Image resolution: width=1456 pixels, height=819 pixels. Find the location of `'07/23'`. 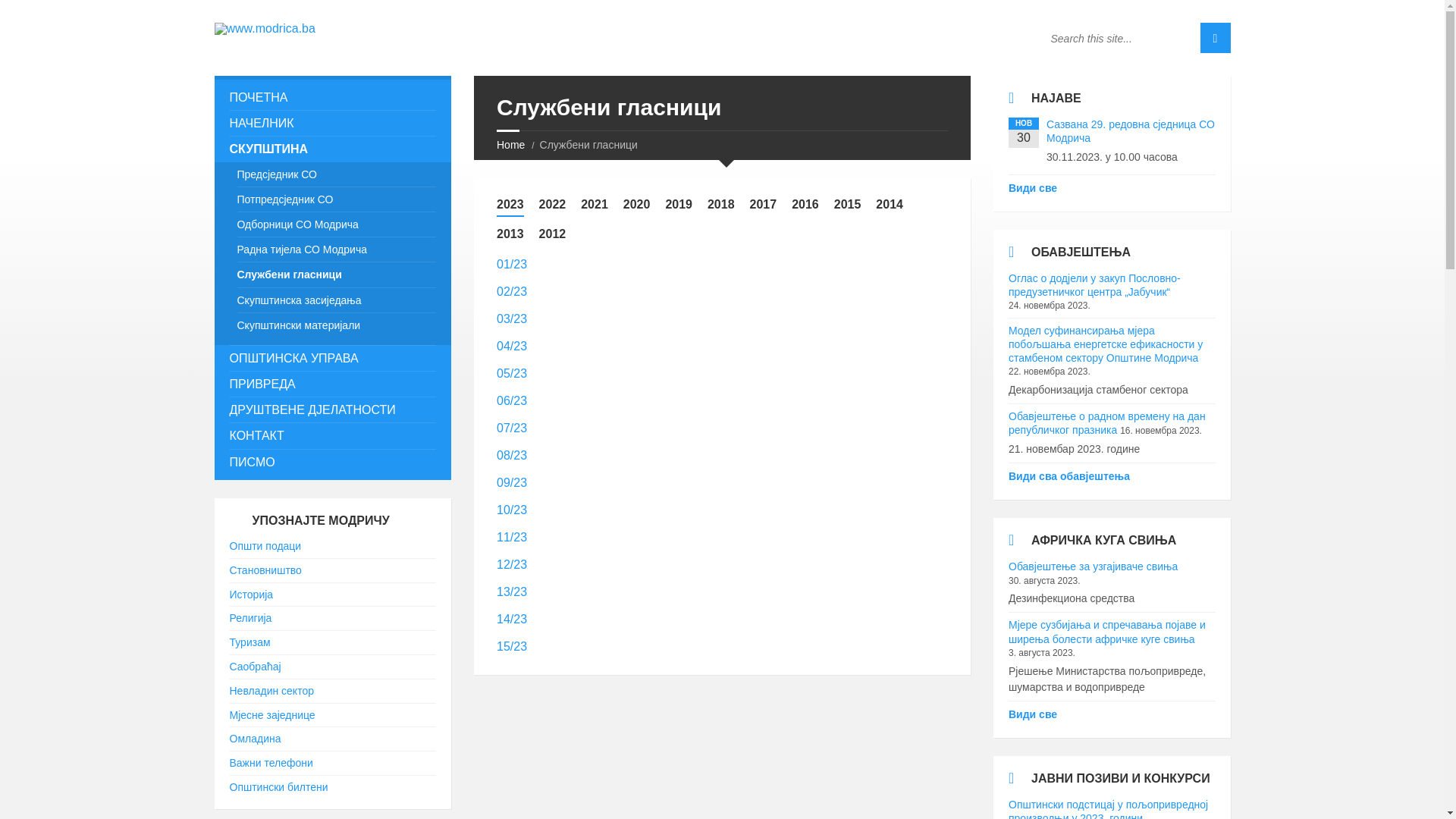

'07/23' is located at coordinates (512, 428).